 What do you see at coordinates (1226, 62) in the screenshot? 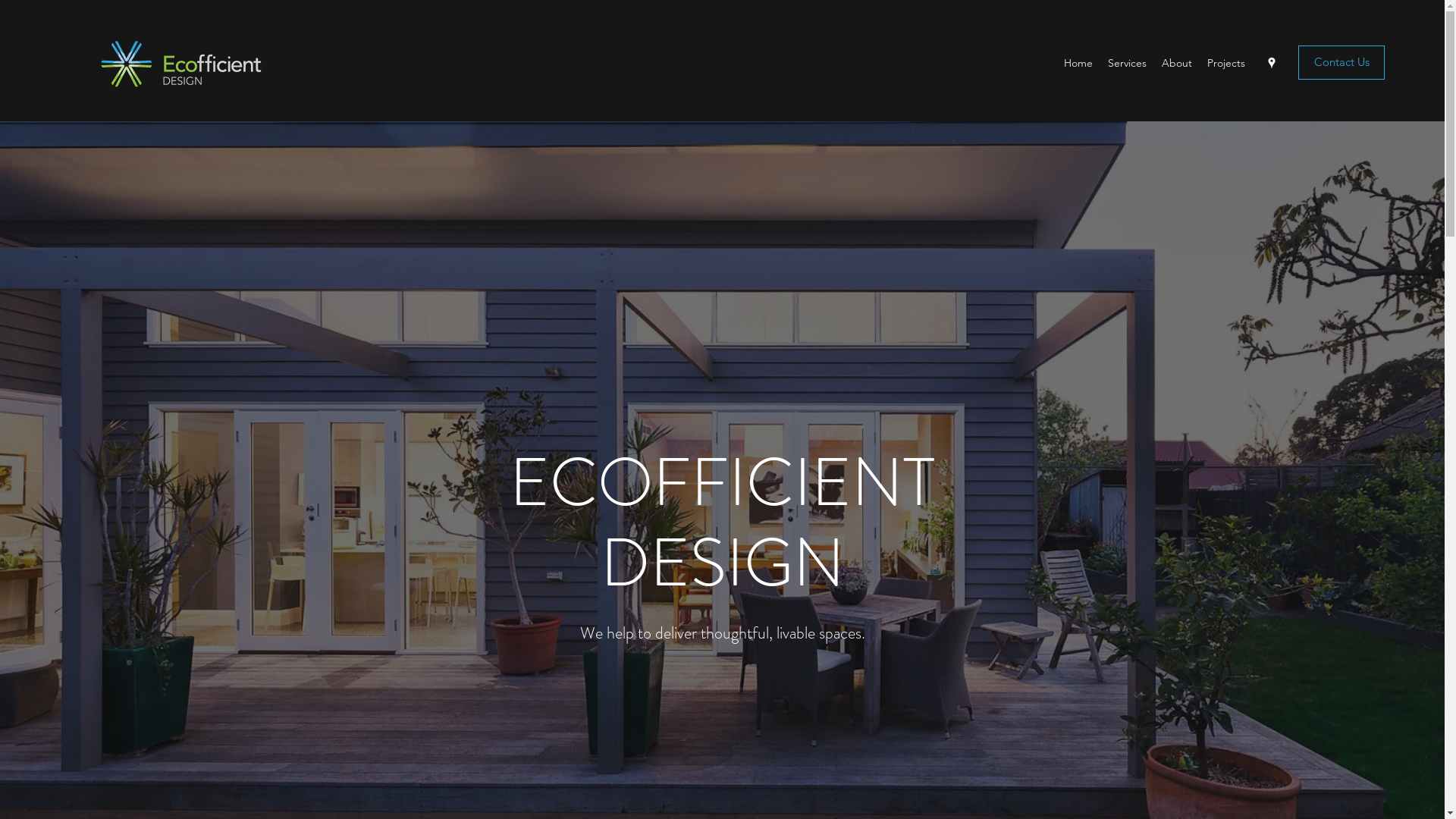
I see `'Projects'` at bounding box center [1226, 62].